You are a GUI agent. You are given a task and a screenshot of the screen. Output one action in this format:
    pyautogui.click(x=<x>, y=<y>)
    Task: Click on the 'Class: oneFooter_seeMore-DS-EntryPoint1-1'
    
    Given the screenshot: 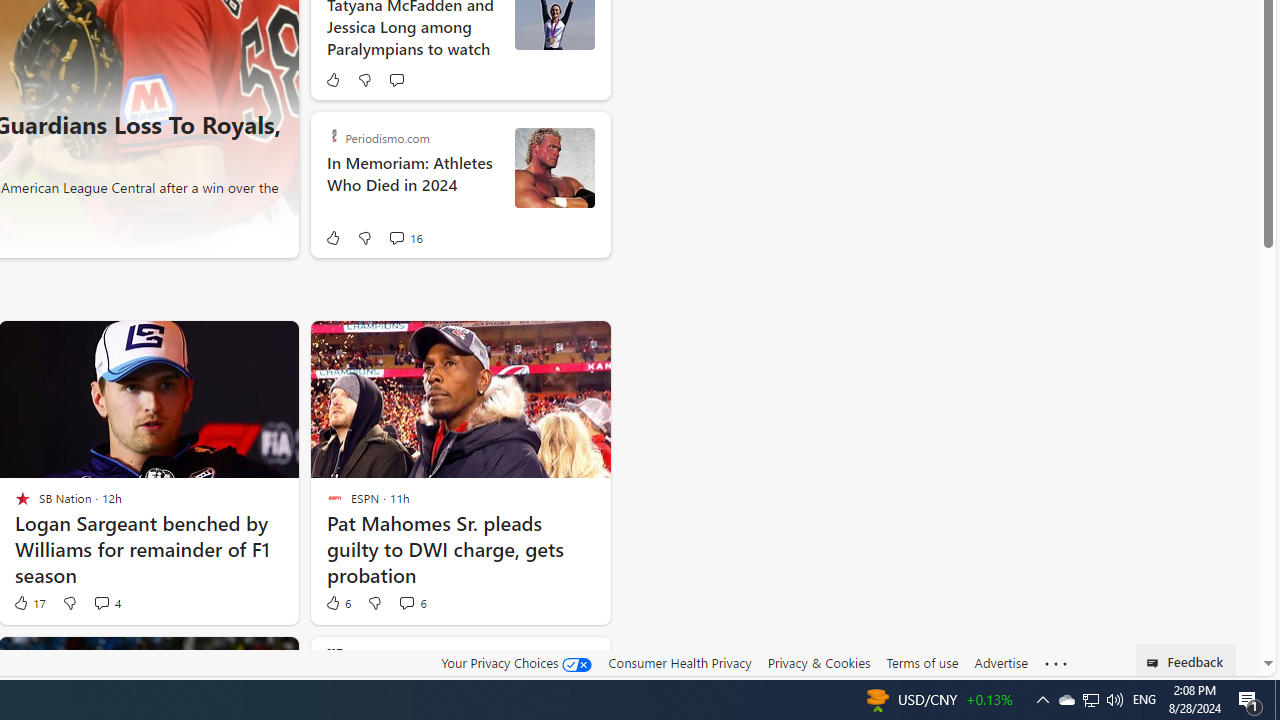 What is the action you would take?
    pyautogui.click(x=1055, y=663)
    